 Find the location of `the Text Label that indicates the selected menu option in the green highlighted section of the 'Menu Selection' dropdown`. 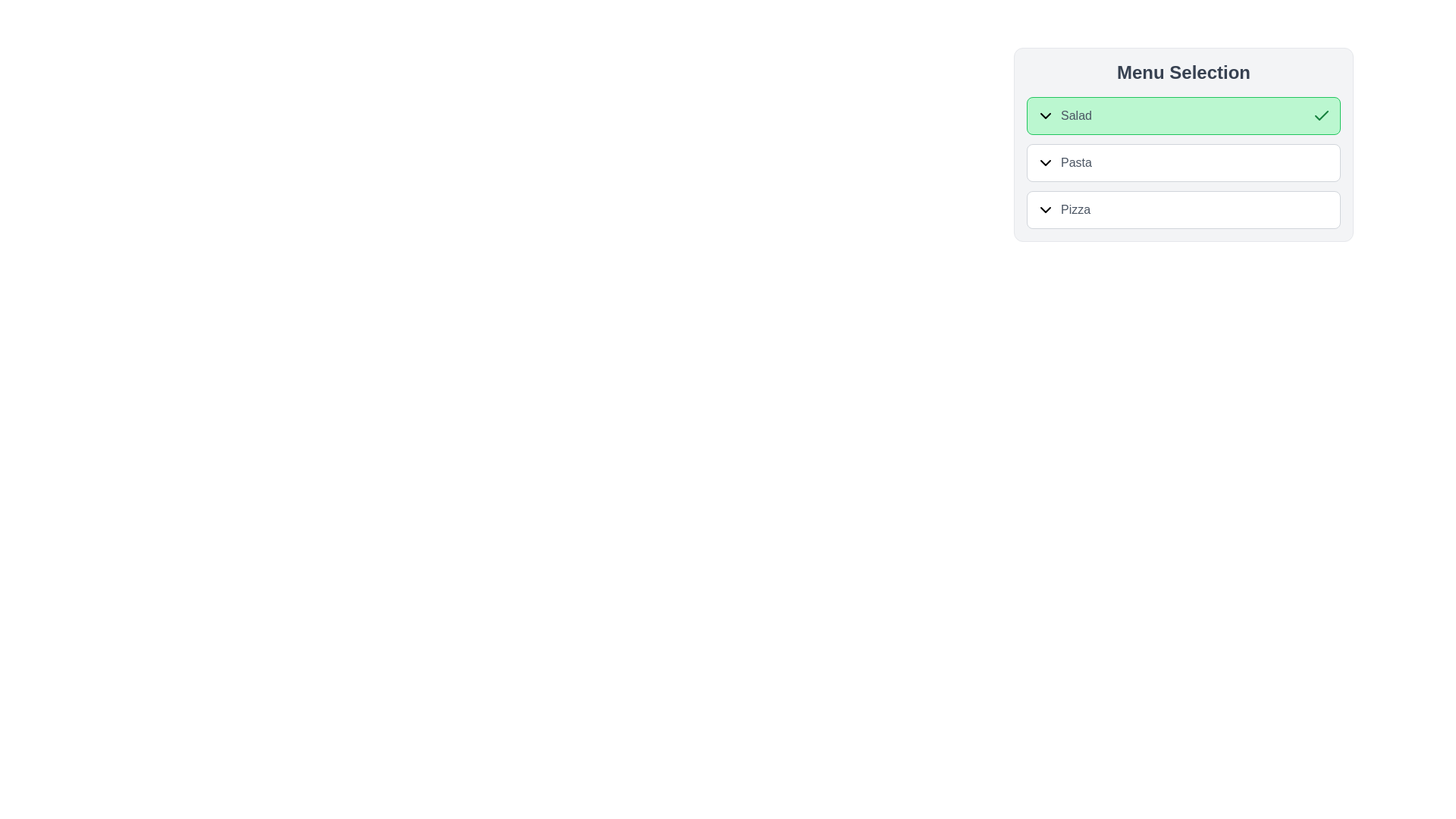

the Text Label that indicates the selected menu option in the green highlighted section of the 'Menu Selection' dropdown is located at coordinates (1063, 115).